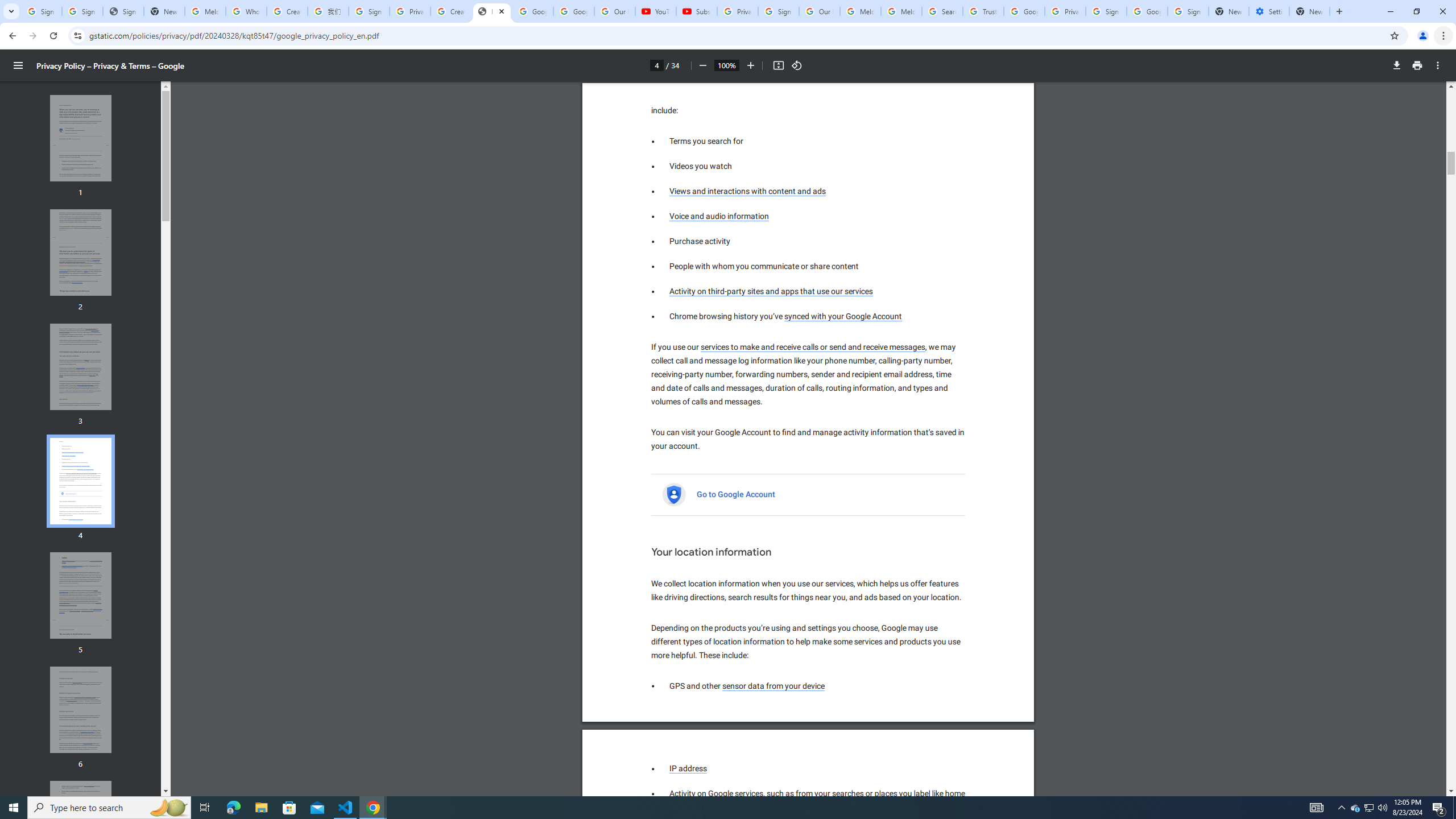  I want to click on 'Menu', so click(18, 65).